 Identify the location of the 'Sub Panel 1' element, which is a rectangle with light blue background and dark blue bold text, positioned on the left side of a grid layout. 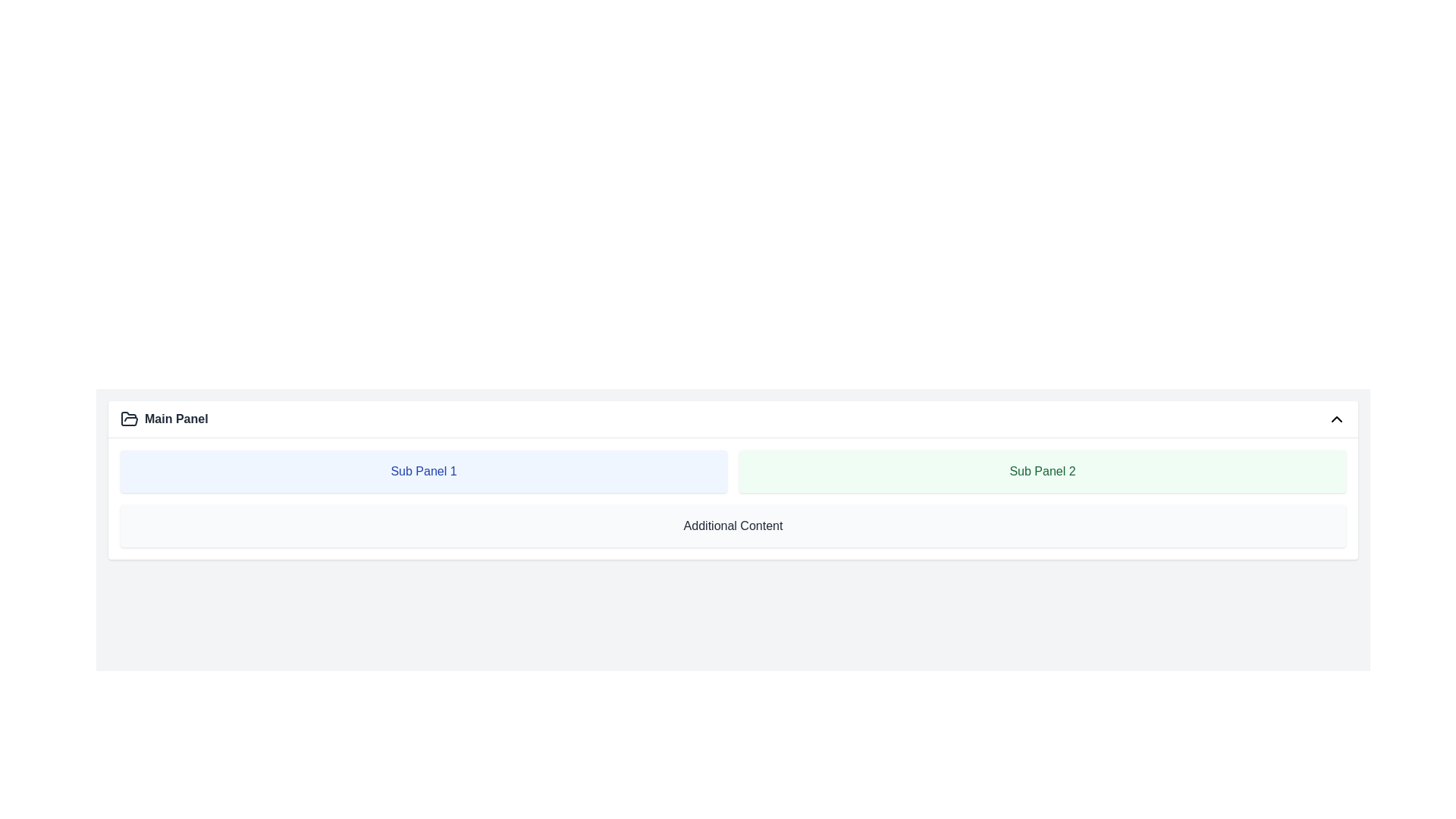
(423, 470).